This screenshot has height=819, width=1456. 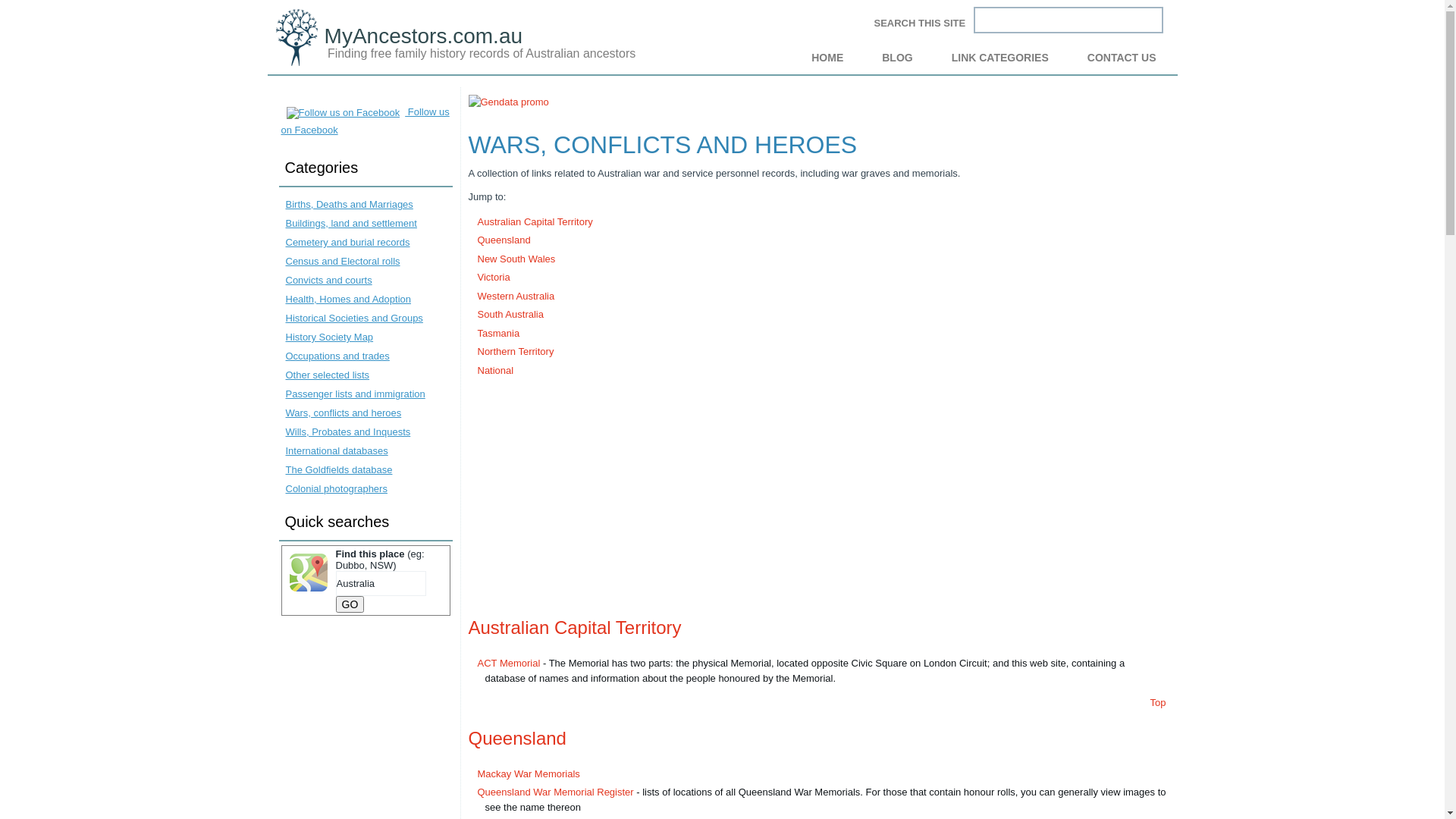 I want to click on 'Census and Electoral rolls', so click(x=341, y=260).